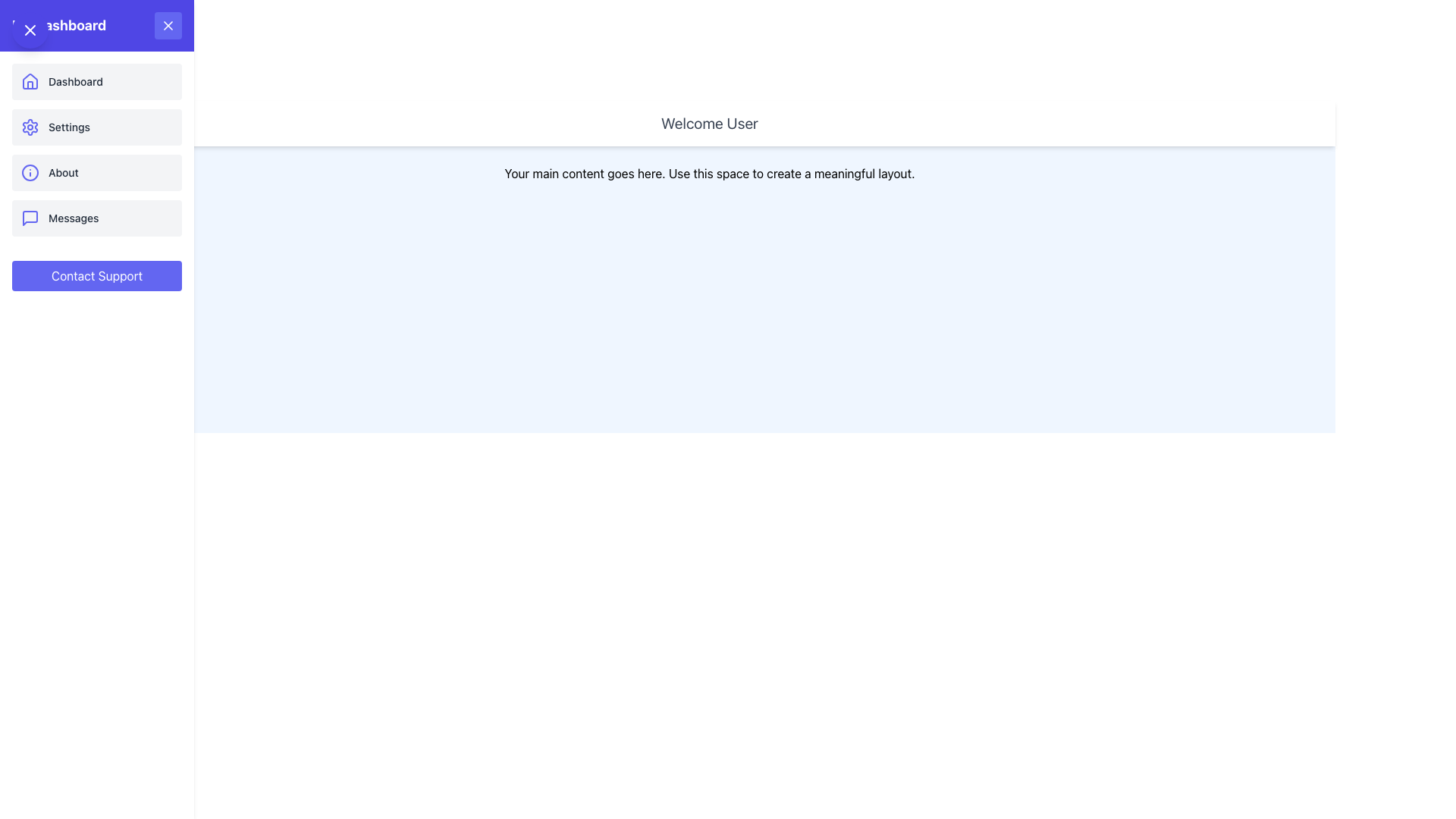  I want to click on the indigo house-shaped icon located in the side navigation menu, so click(30, 82).